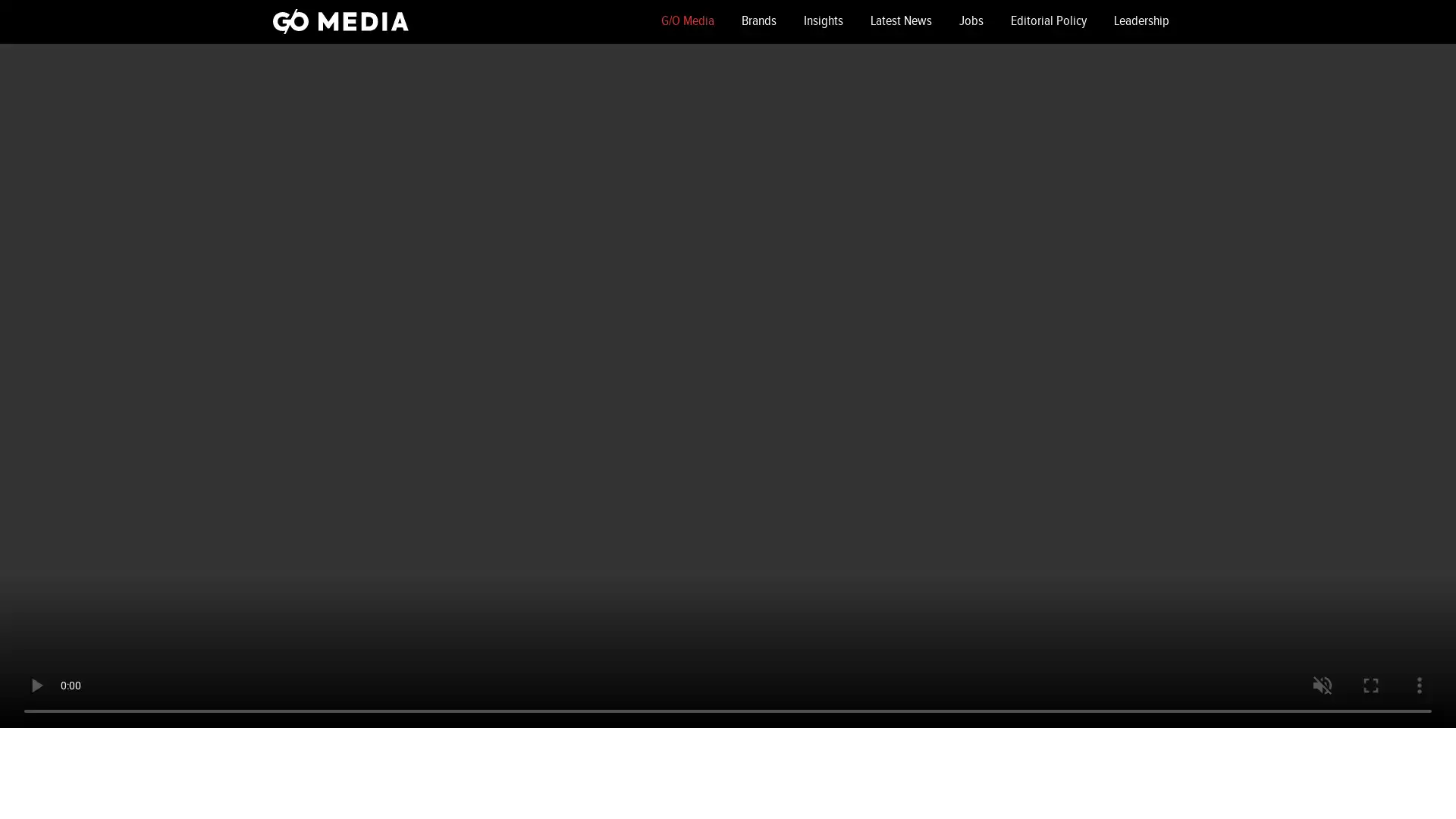  What do you see at coordinates (36, 685) in the screenshot?
I see `play` at bounding box center [36, 685].